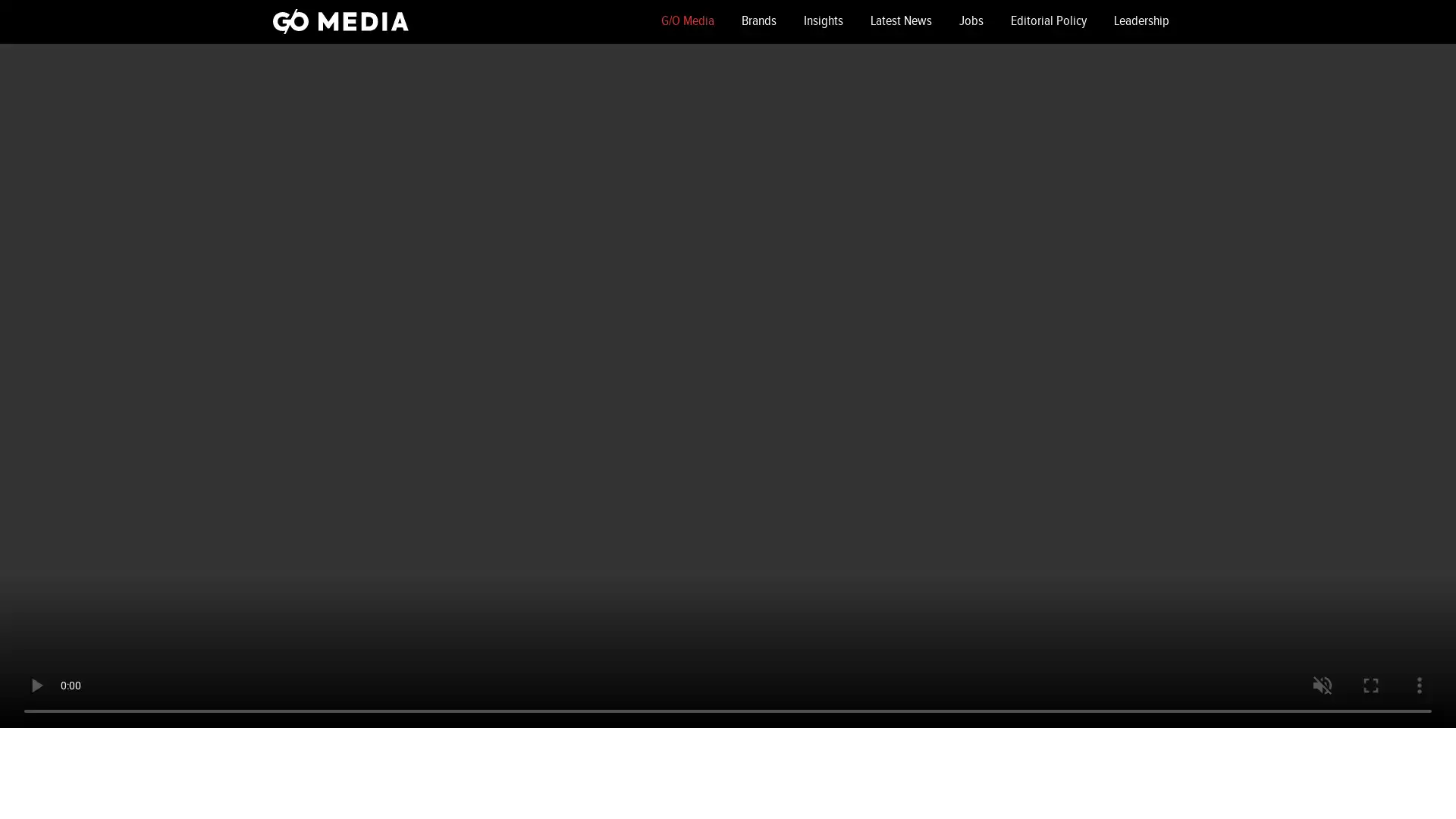  What do you see at coordinates (36, 685) in the screenshot?
I see `play` at bounding box center [36, 685].